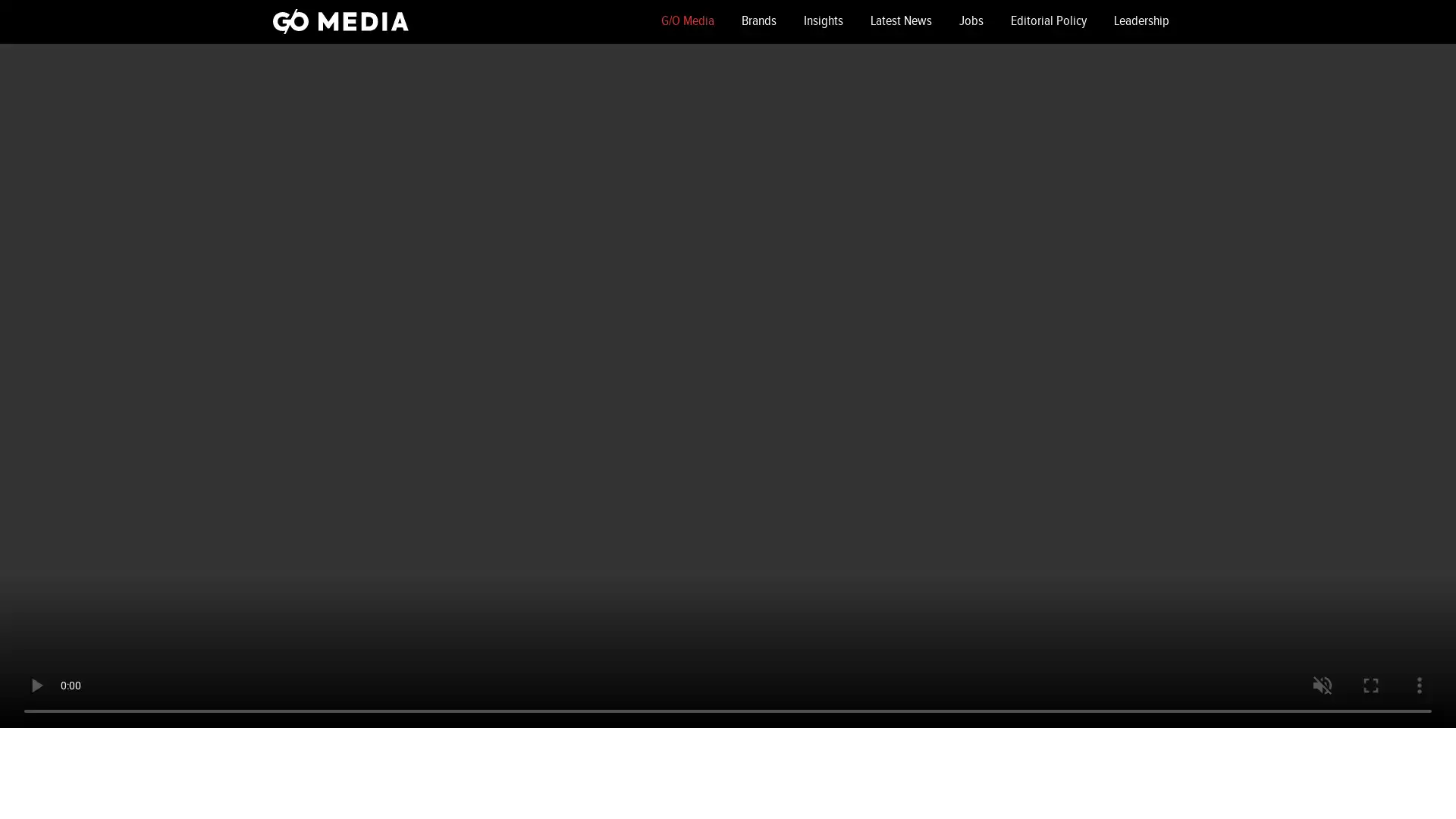  What do you see at coordinates (36, 685) in the screenshot?
I see `play` at bounding box center [36, 685].